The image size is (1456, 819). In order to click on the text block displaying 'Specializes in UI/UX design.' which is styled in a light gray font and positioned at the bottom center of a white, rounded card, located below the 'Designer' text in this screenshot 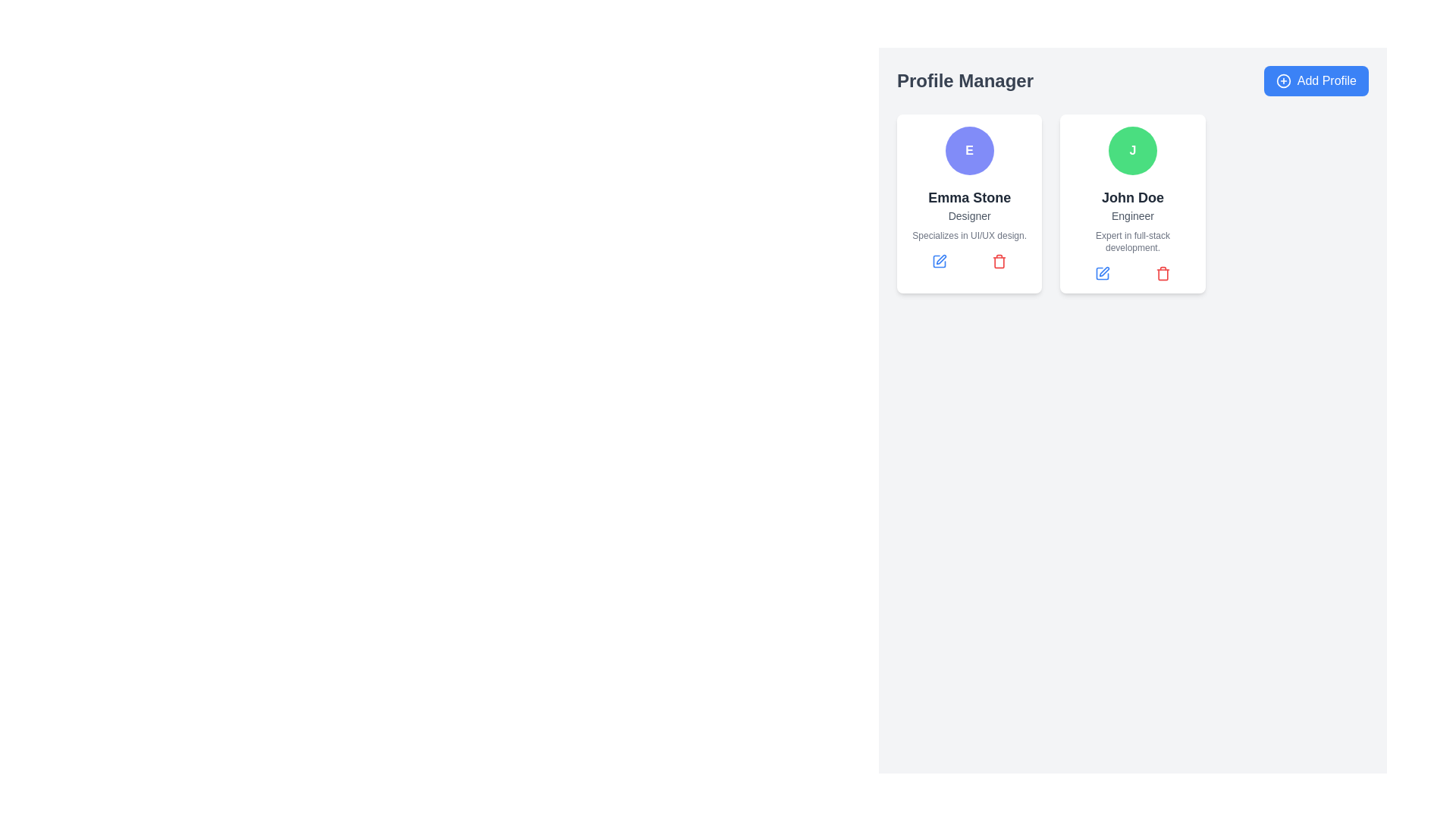, I will do `click(968, 236)`.